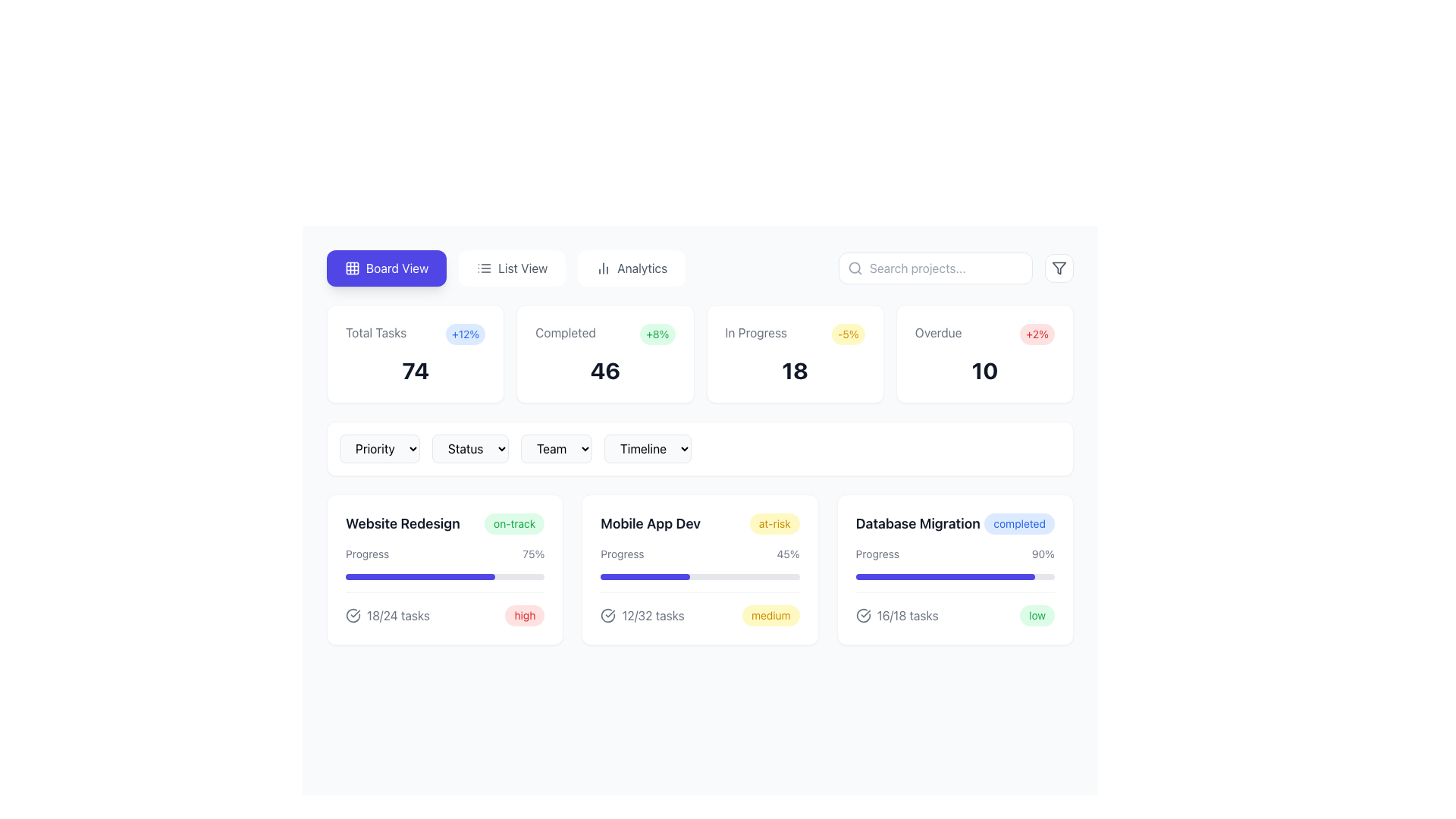  What do you see at coordinates (444, 585) in the screenshot?
I see `the progress indication on the progress bar located in the 'Website Redesign' panel, which has a gray background and a partial blue fill, positioned between 'Progress 75%' and the task details` at bounding box center [444, 585].